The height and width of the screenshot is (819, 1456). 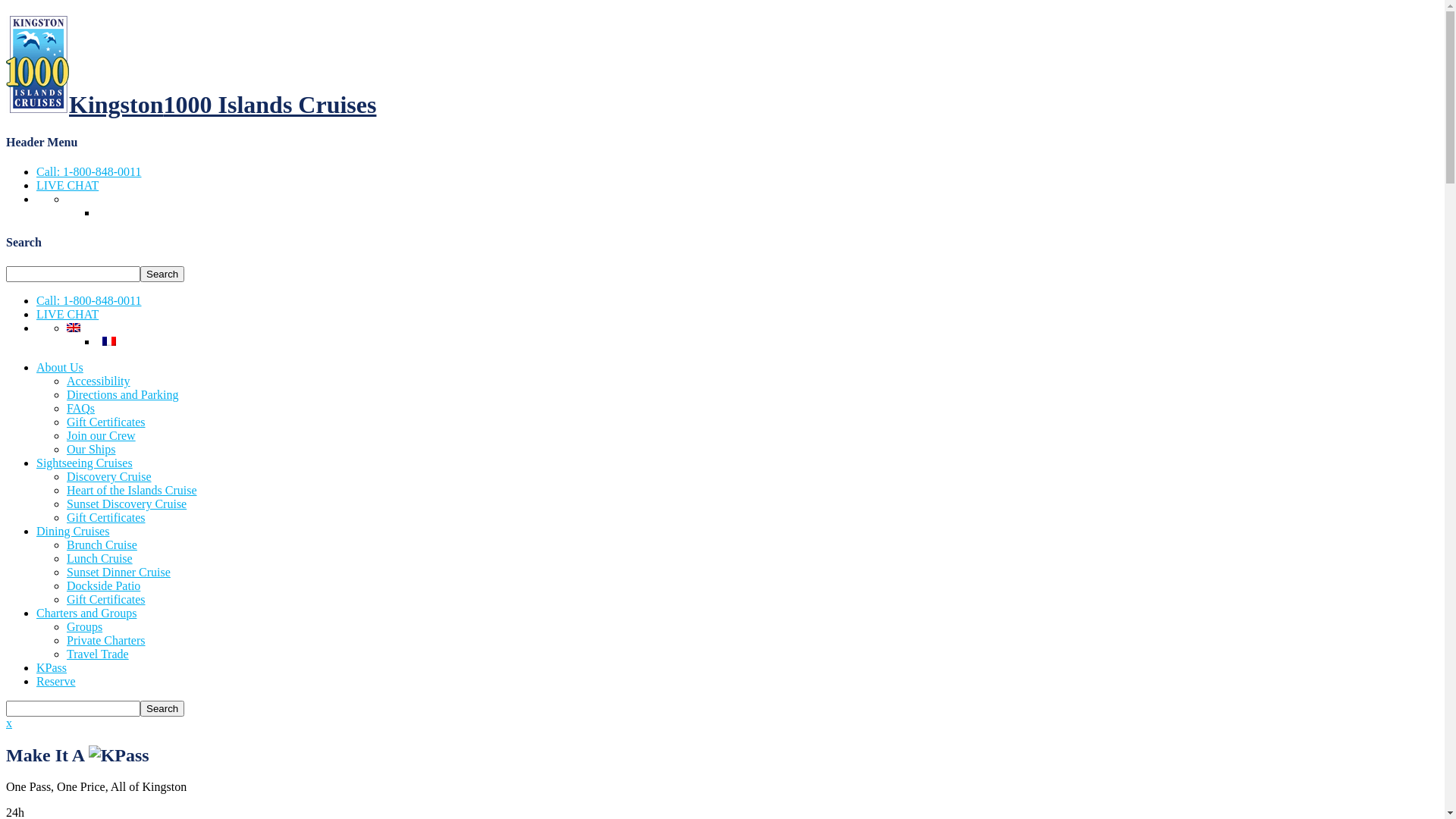 I want to click on 'Search', so click(x=162, y=274).